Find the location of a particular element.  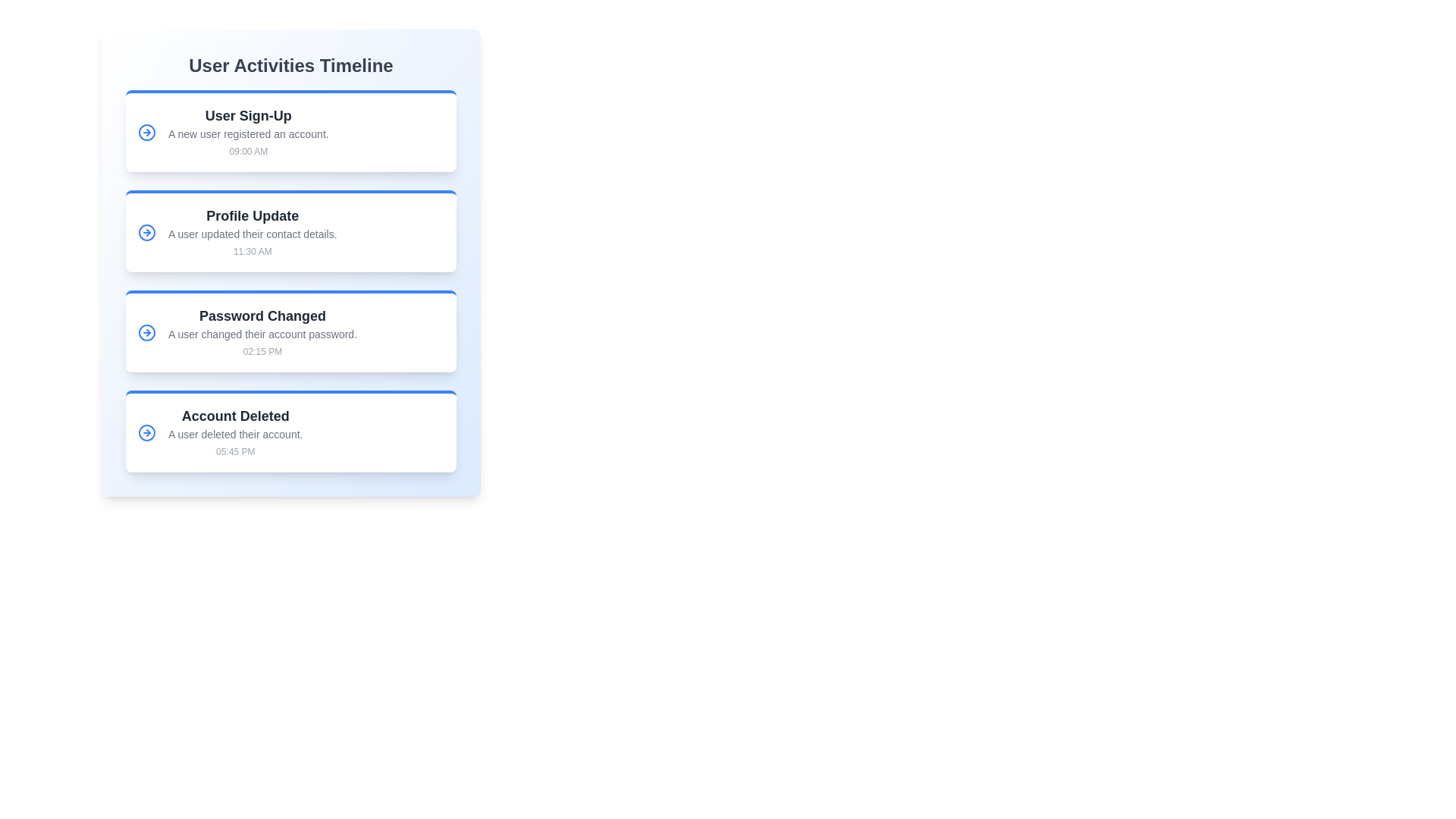

the action icon located at the top-left corner of the 'Profile Update' card is located at coordinates (146, 233).